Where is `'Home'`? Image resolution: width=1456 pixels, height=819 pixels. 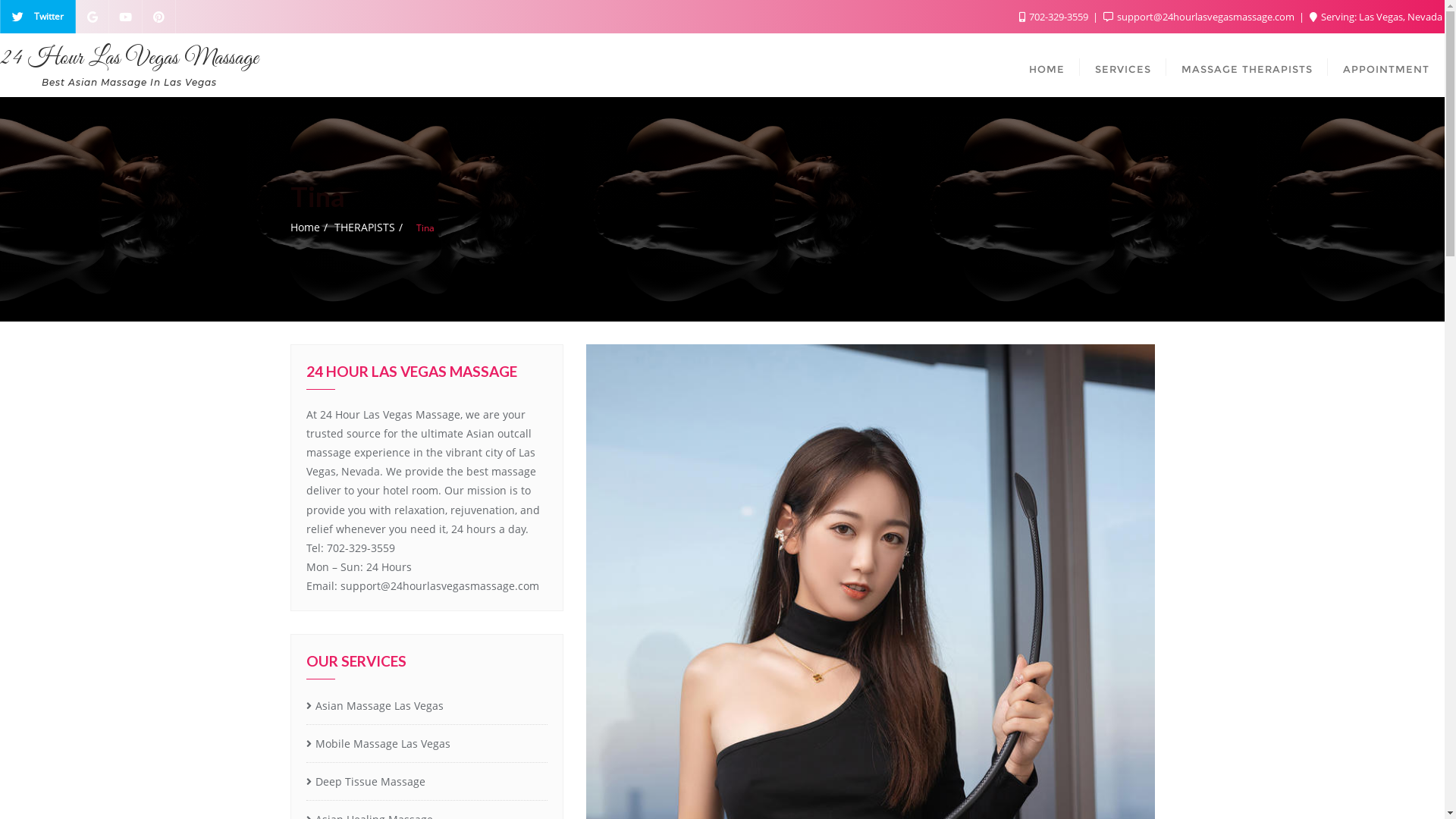
'Home' is located at coordinates (303, 227).